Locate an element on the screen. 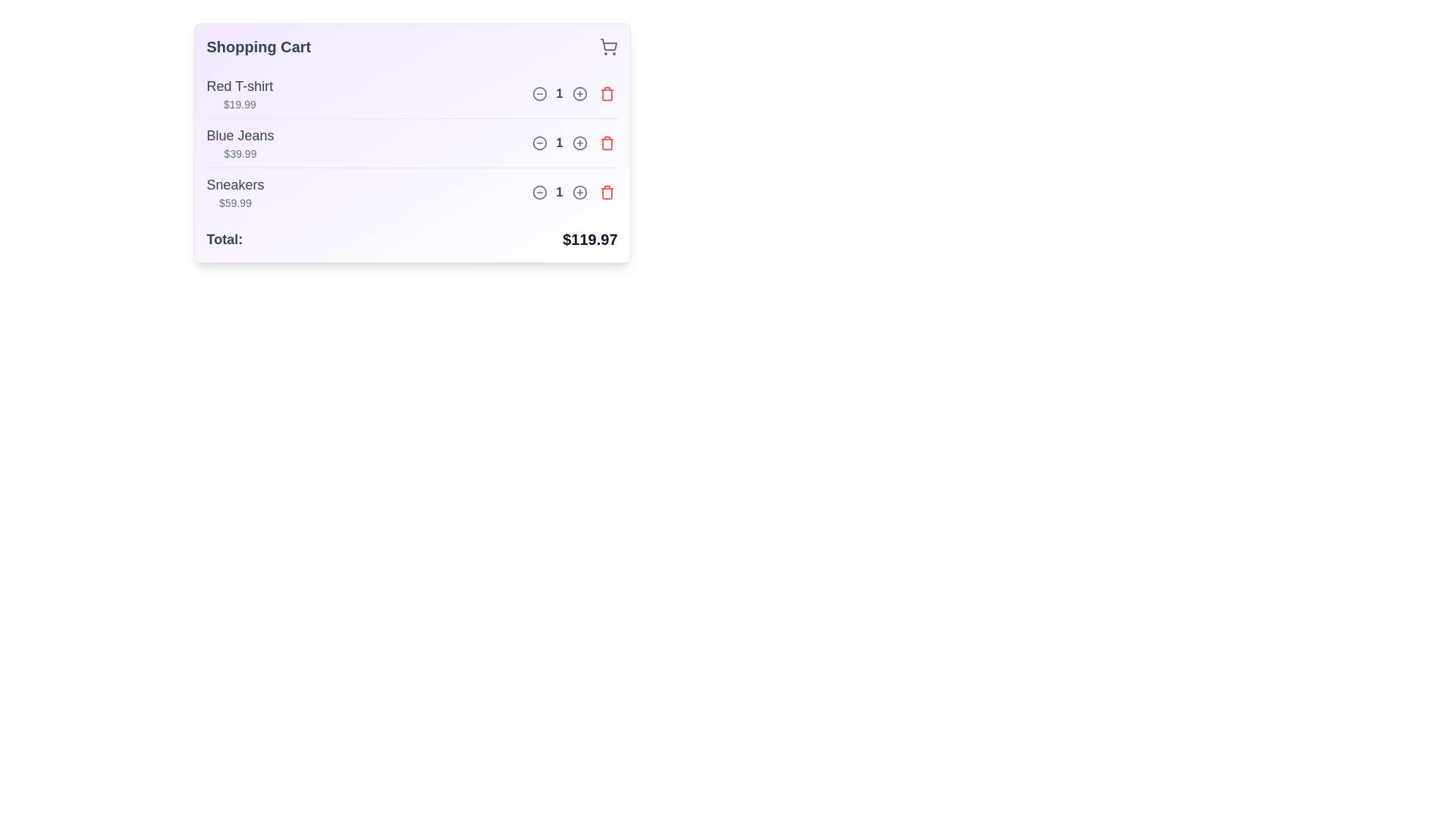  the circular outline button, which is the third icon in the 'Sneakers' row of the shopping cart interface, to increase the item's quantity is located at coordinates (579, 192).